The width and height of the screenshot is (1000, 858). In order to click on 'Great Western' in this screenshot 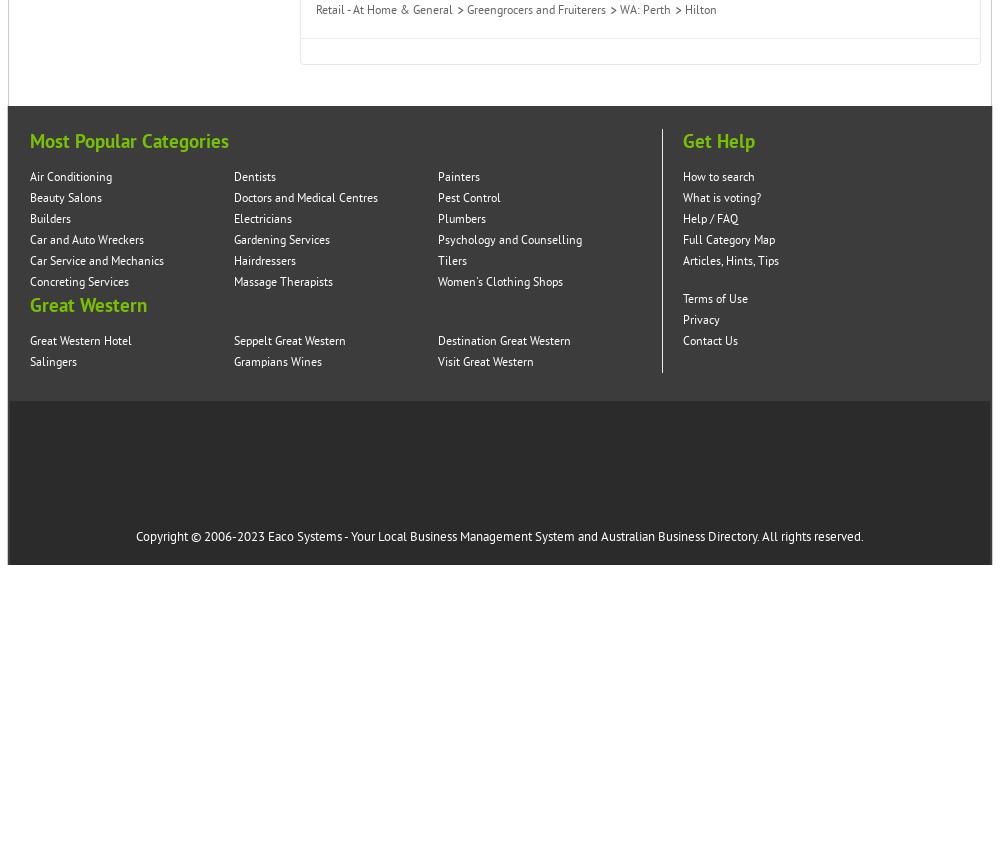, I will do `click(87, 305)`.